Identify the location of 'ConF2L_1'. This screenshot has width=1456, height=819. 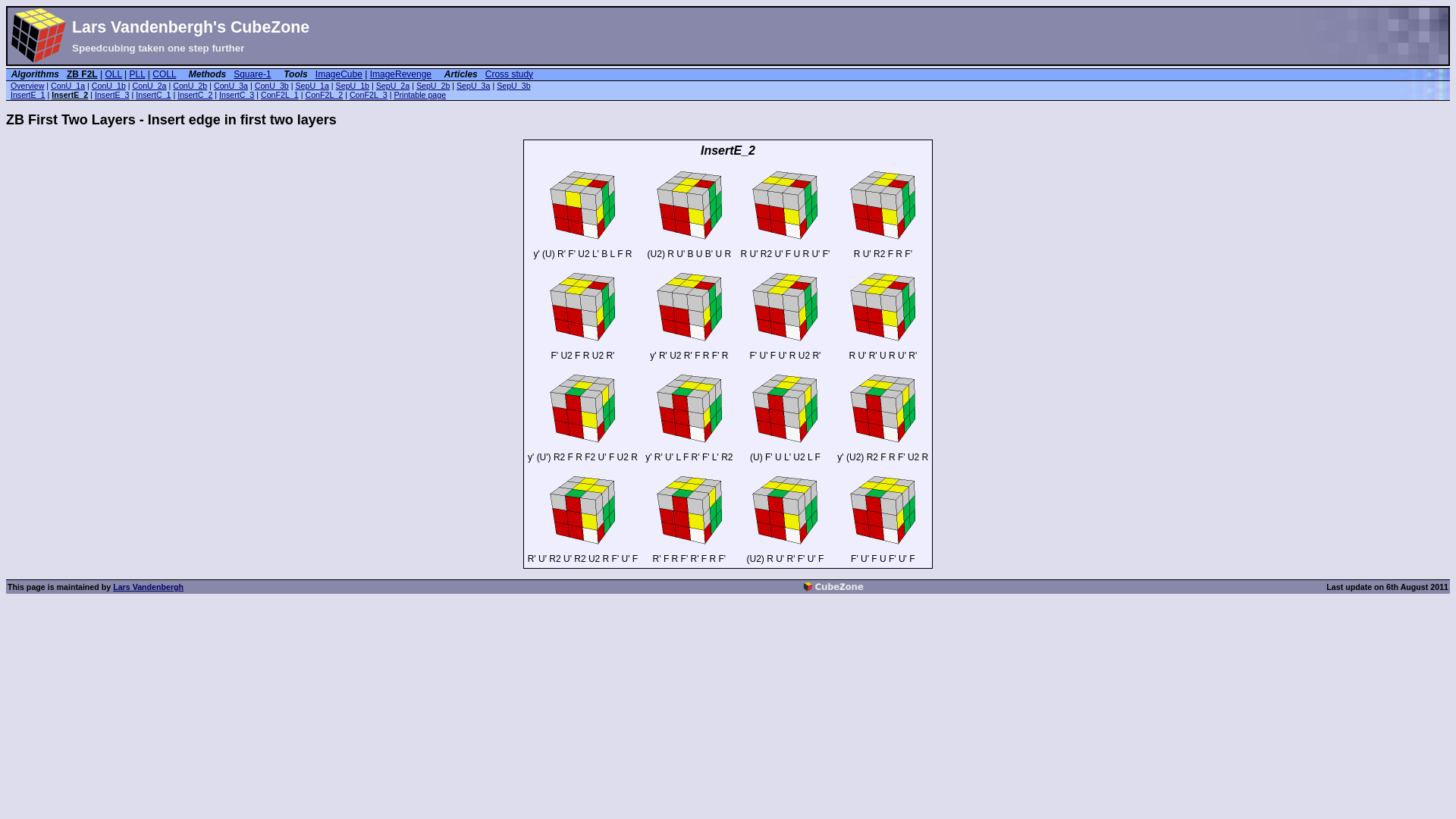
(280, 94).